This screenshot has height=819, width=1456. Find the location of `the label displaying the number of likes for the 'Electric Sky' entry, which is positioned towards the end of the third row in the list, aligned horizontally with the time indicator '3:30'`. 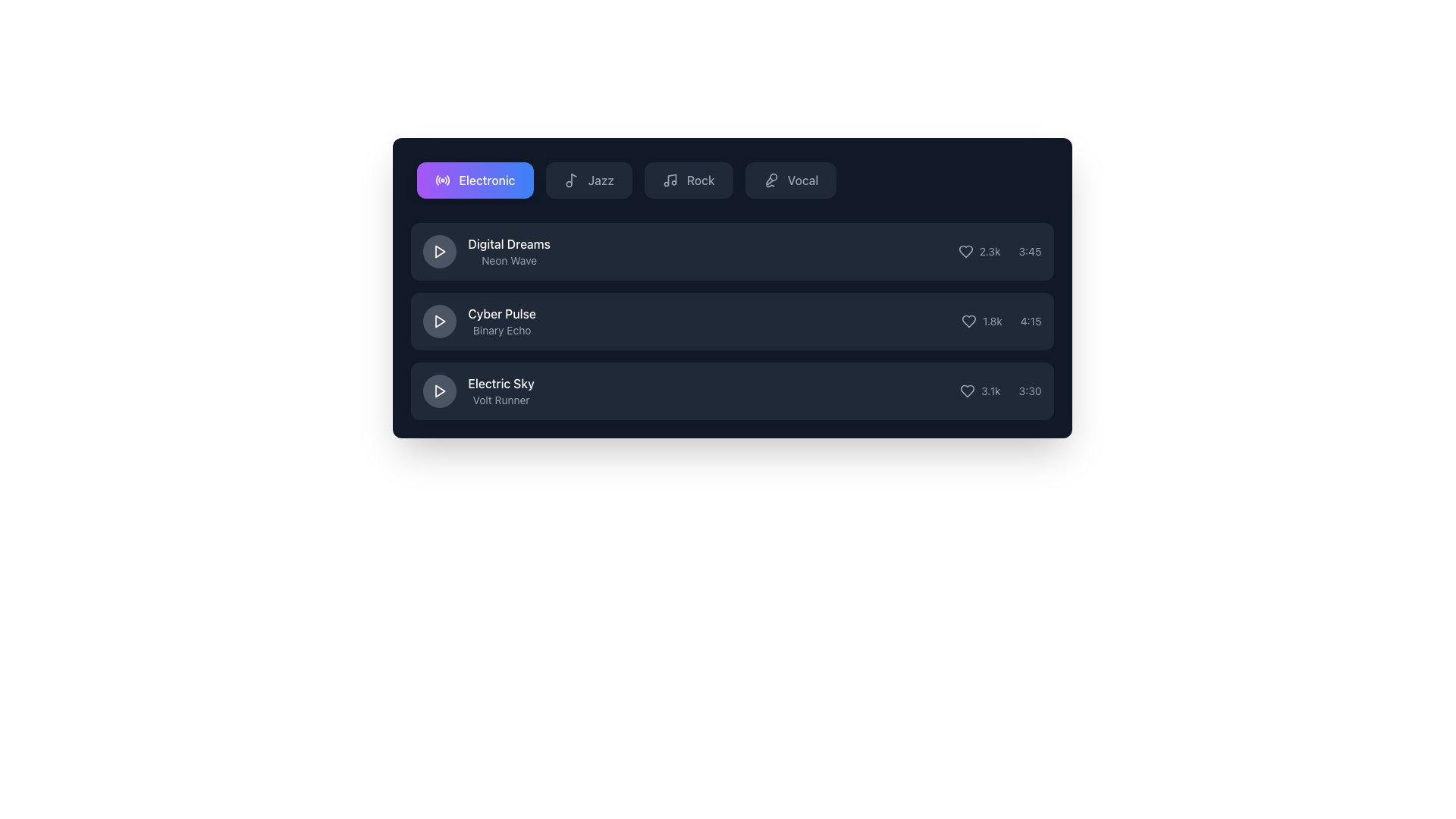

the label displaying the number of likes for the 'Electric Sky' entry, which is positioned towards the end of the third row in the list, aligned horizontally with the time indicator '3:30' is located at coordinates (980, 391).